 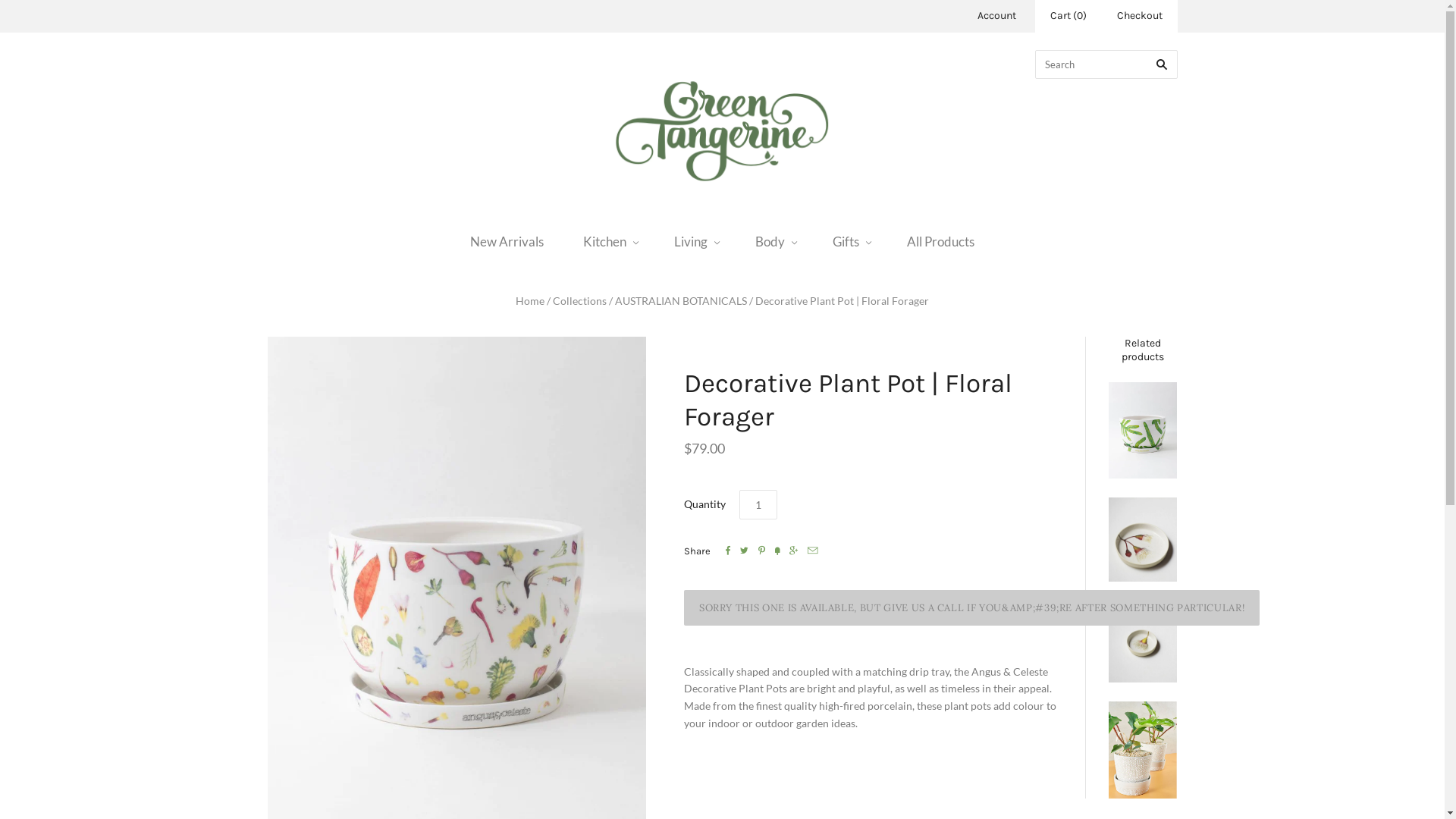 What do you see at coordinates (996, 15) in the screenshot?
I see `'Account'` at bounding box center [996, 15].